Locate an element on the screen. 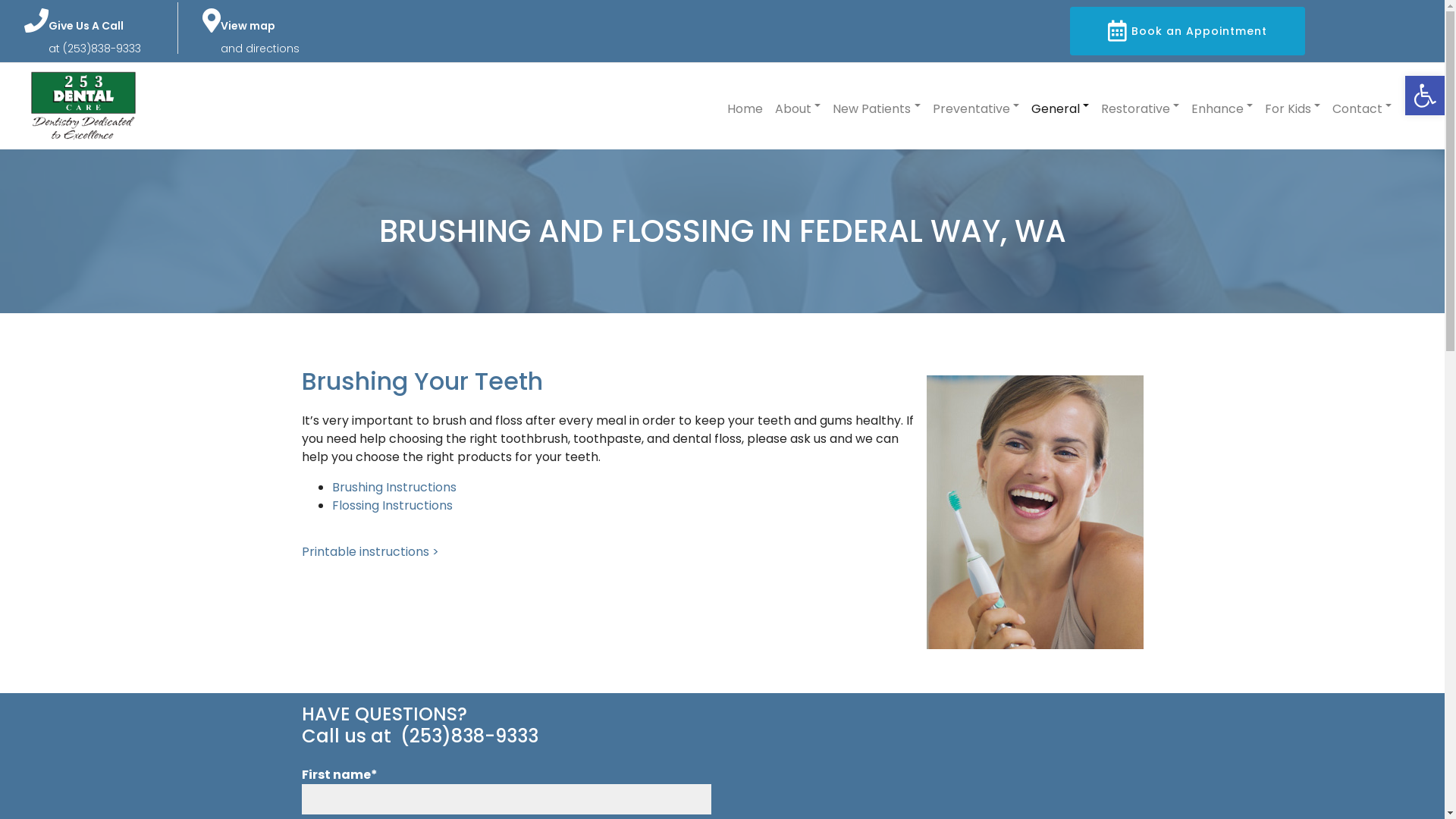  'Book an Appointment' is located at coordinates (1069, 31).